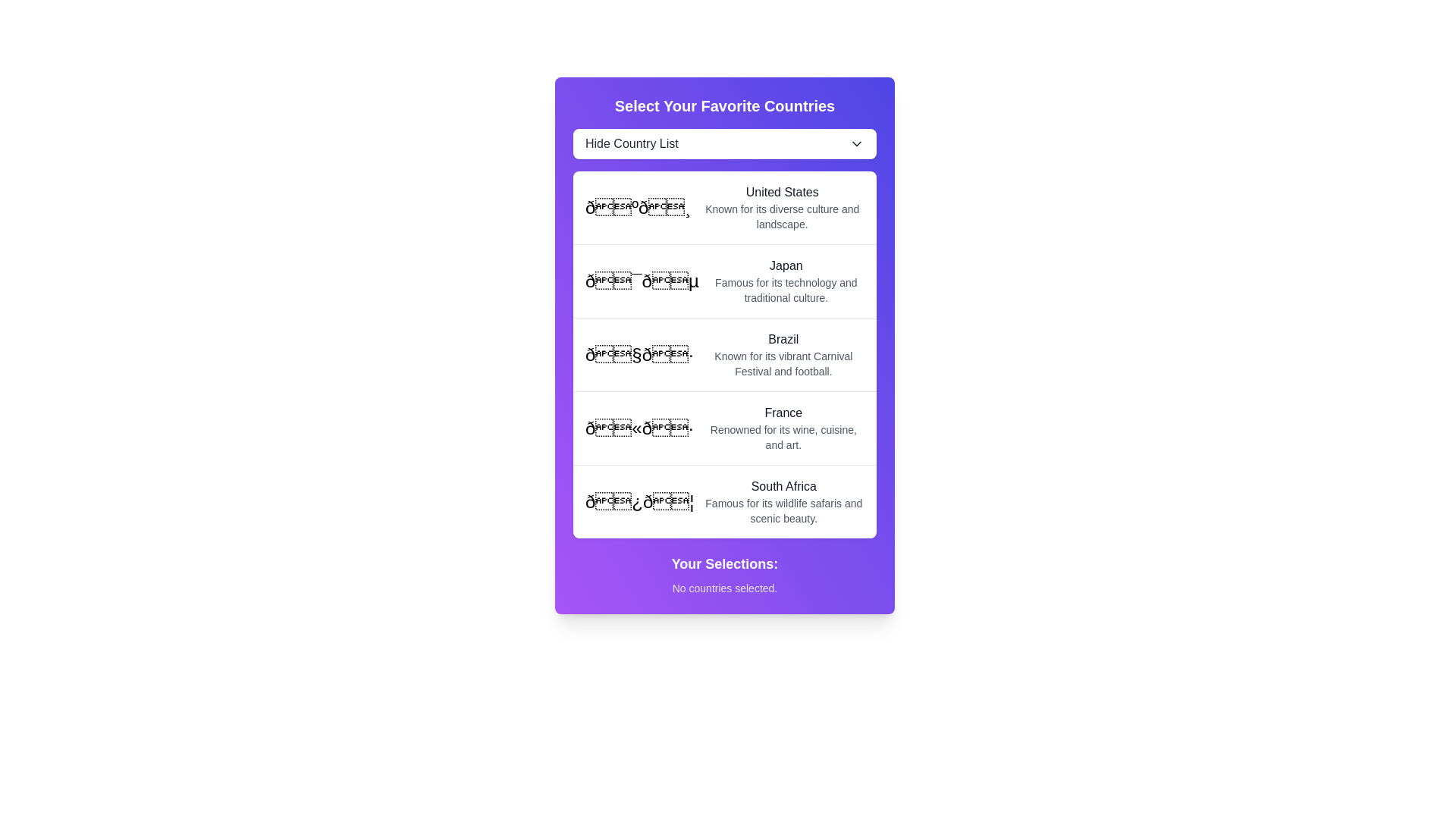 Image resolution: width=1456 pixels, height=819 pixels. What do you see at coordinates (783, 502) in the screenshot?
I see `description of the text block containing the title 'South Africa' and the description 'Famous for its wildlife safaris and scenic beauty.'` at bounding box center [783, 502].